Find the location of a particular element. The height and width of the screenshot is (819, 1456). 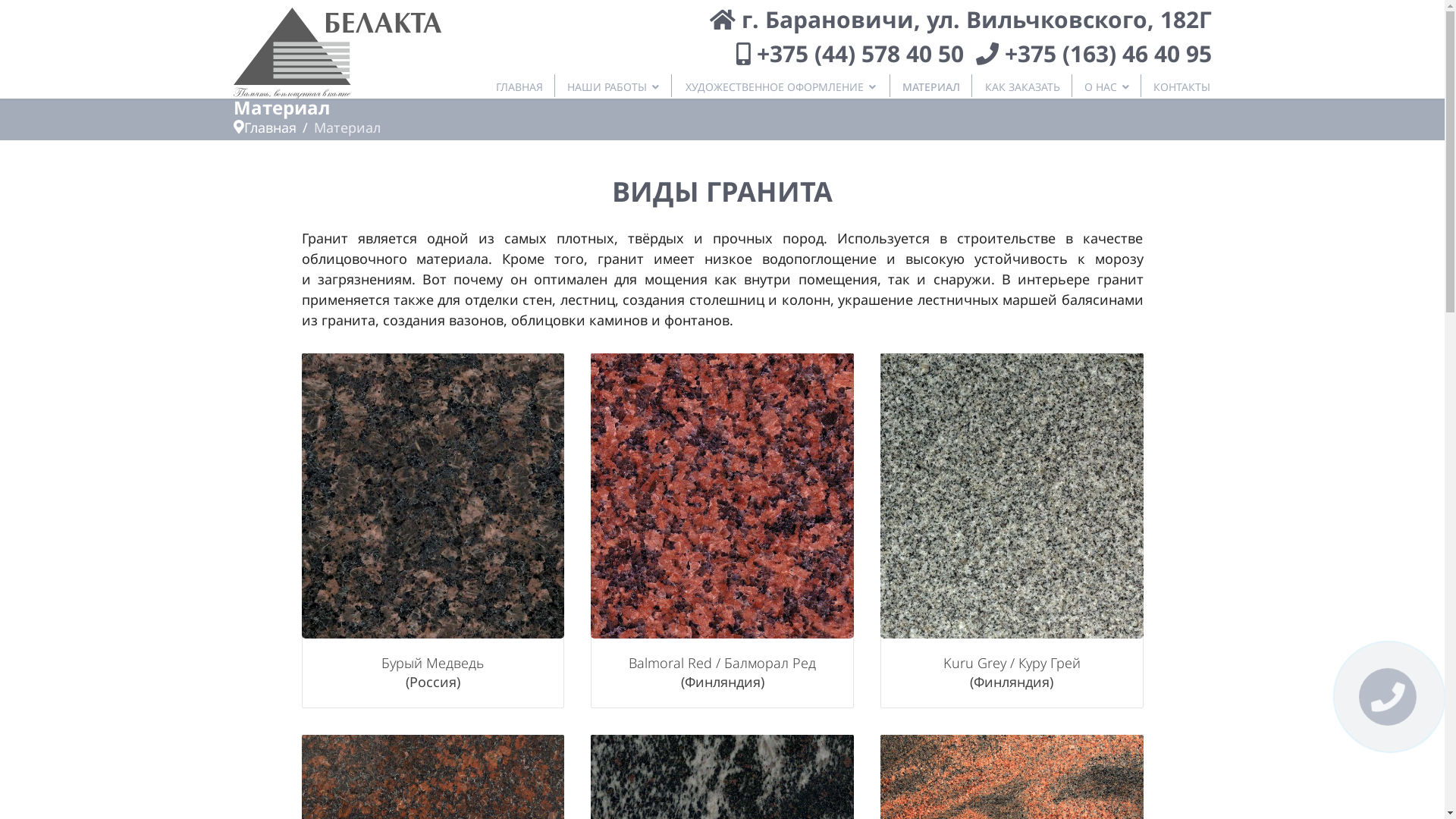

'+375 (163) 46 40 95' is located at coordinates (1107, 52).